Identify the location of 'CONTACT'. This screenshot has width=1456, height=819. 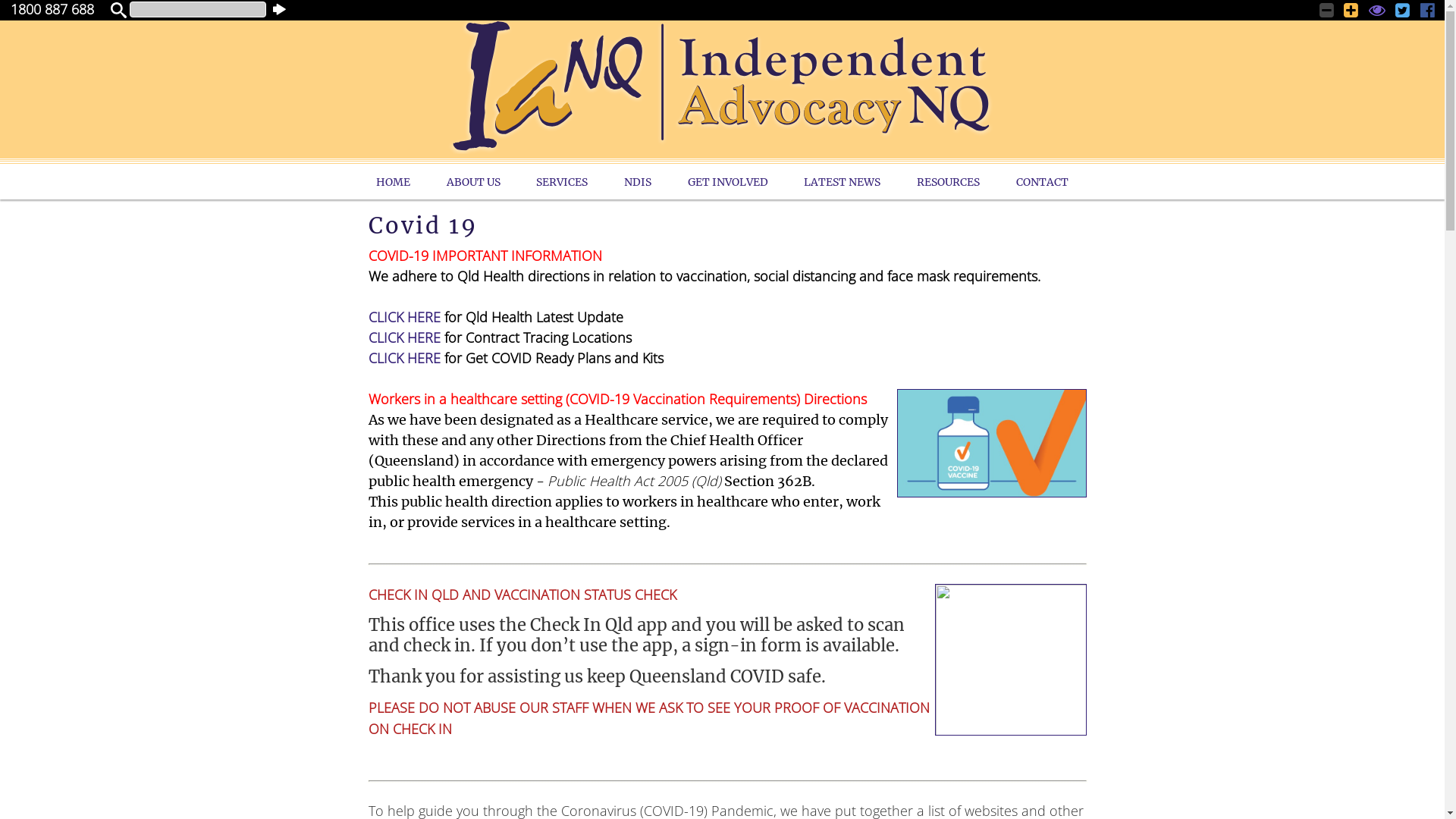
(1041, 180).